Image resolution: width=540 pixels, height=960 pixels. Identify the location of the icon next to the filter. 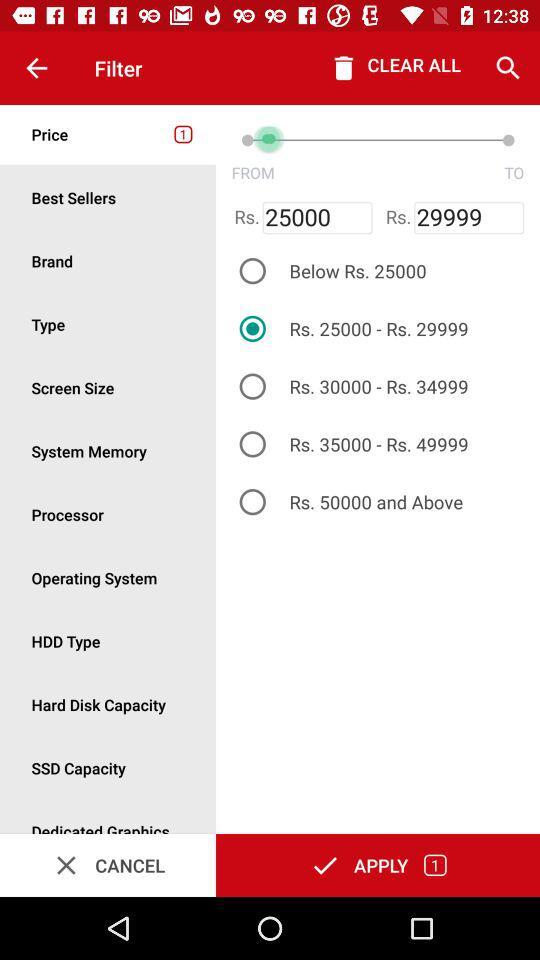
(36, 68).